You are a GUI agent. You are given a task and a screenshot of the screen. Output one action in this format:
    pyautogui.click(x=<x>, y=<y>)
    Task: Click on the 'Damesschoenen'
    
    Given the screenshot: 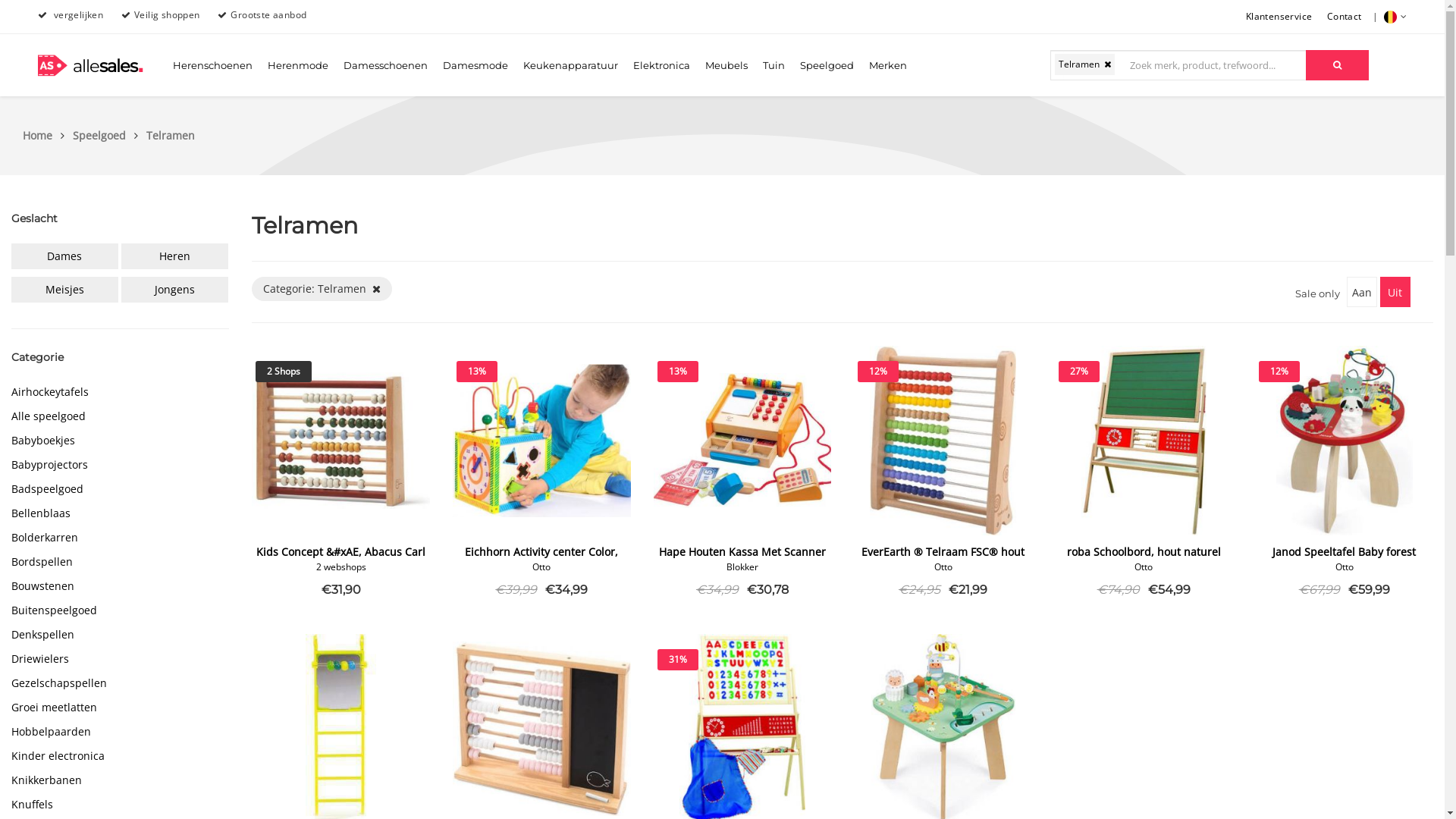 What is the action you would take?
    pyautogui.click(x=334, y=64)
    